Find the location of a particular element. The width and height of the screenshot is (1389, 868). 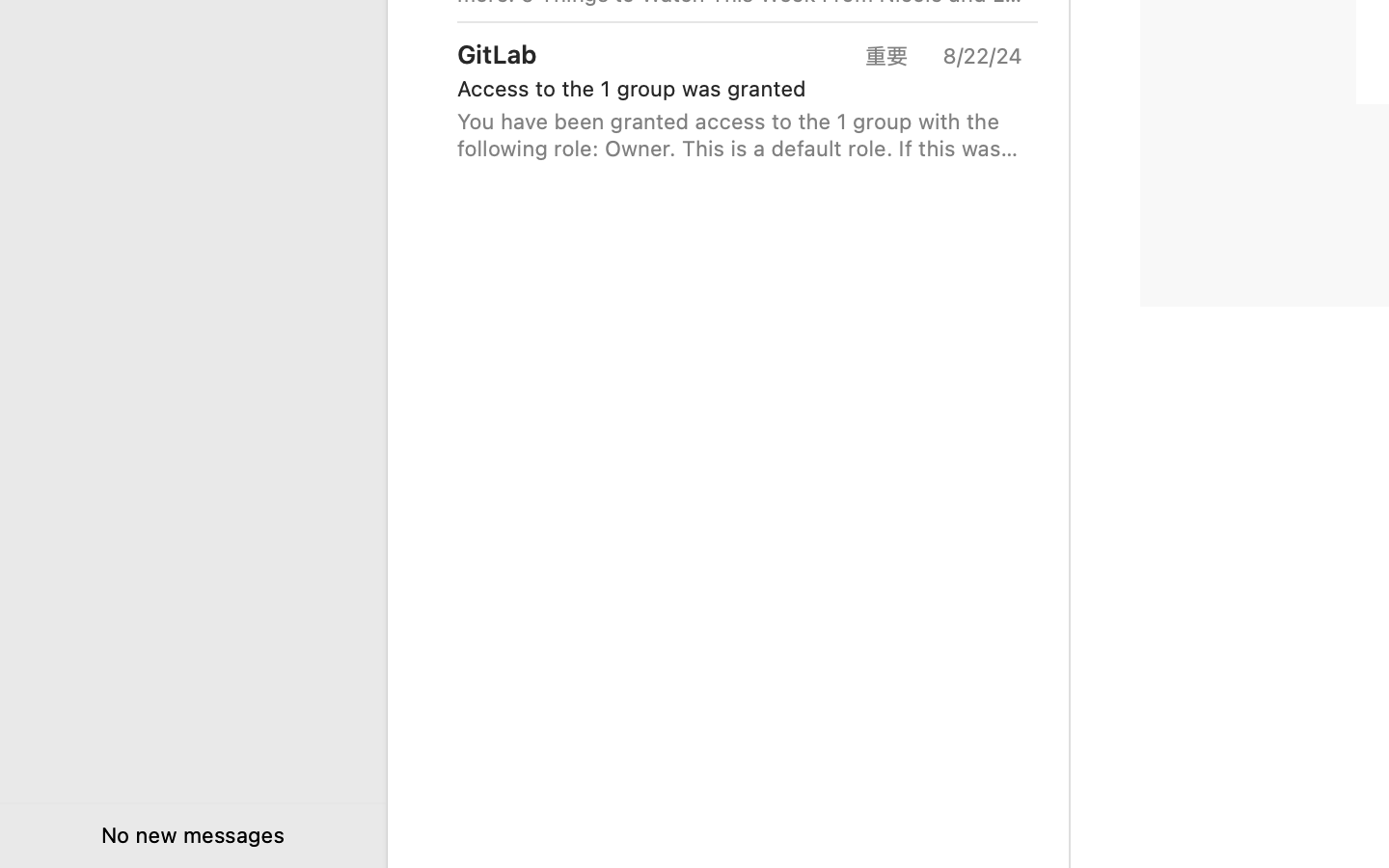

'Access to the 1 group was granted' is located at coordinates (731, 87).